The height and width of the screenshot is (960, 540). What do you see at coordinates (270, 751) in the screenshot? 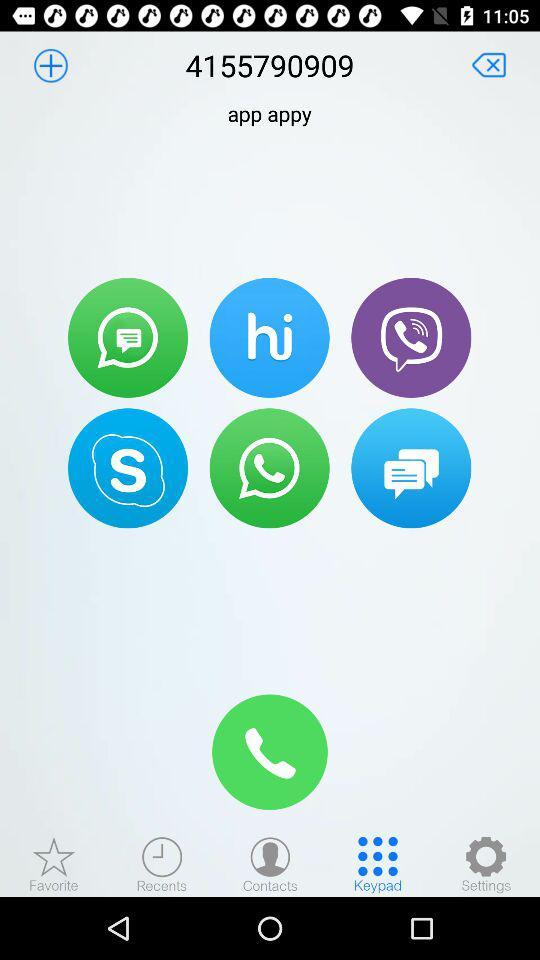
I see `call` at bounding box center [270, 751].